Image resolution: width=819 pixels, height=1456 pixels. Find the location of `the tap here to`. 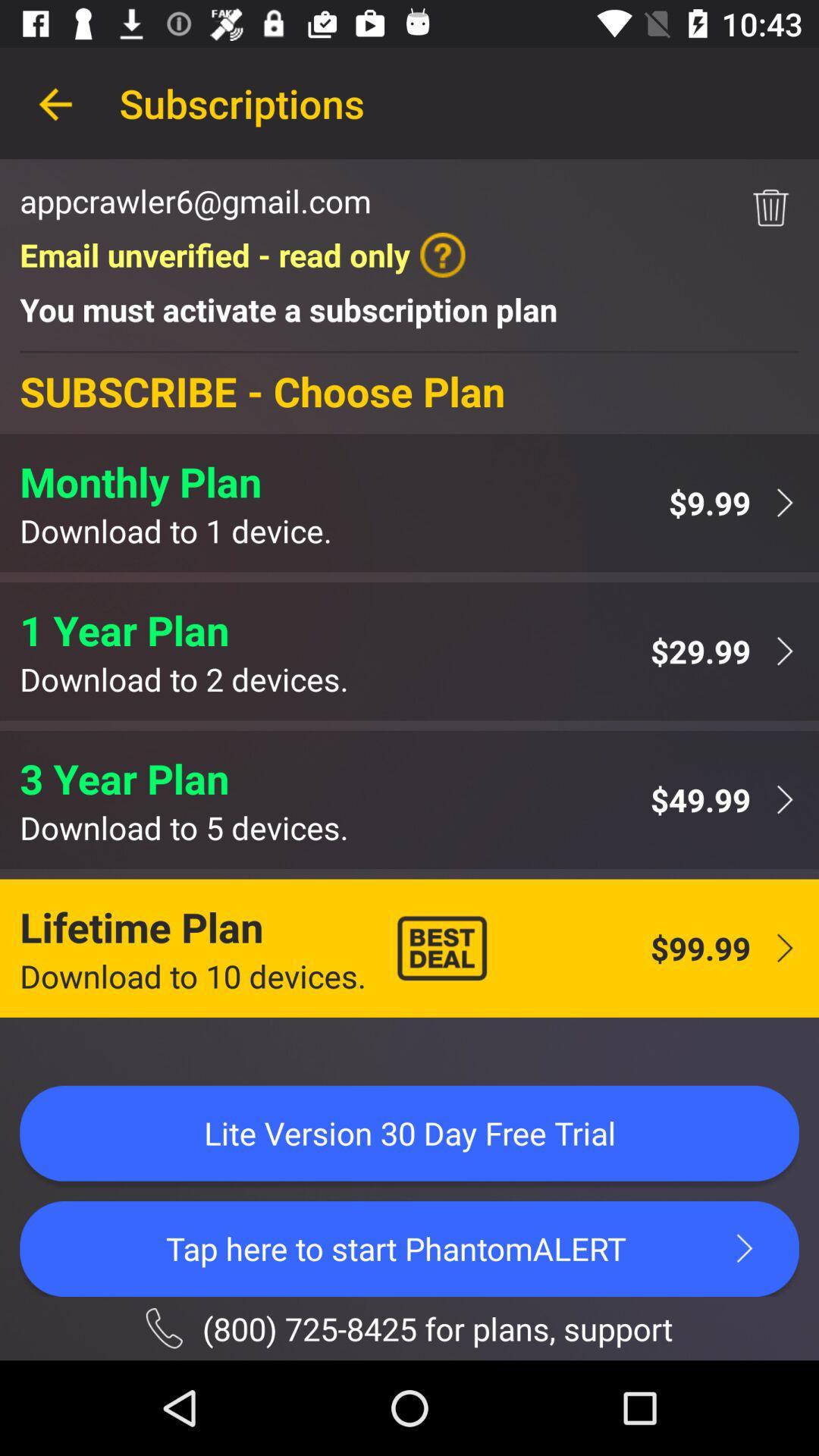

the tap here to is located at coordinates (409, 1248).